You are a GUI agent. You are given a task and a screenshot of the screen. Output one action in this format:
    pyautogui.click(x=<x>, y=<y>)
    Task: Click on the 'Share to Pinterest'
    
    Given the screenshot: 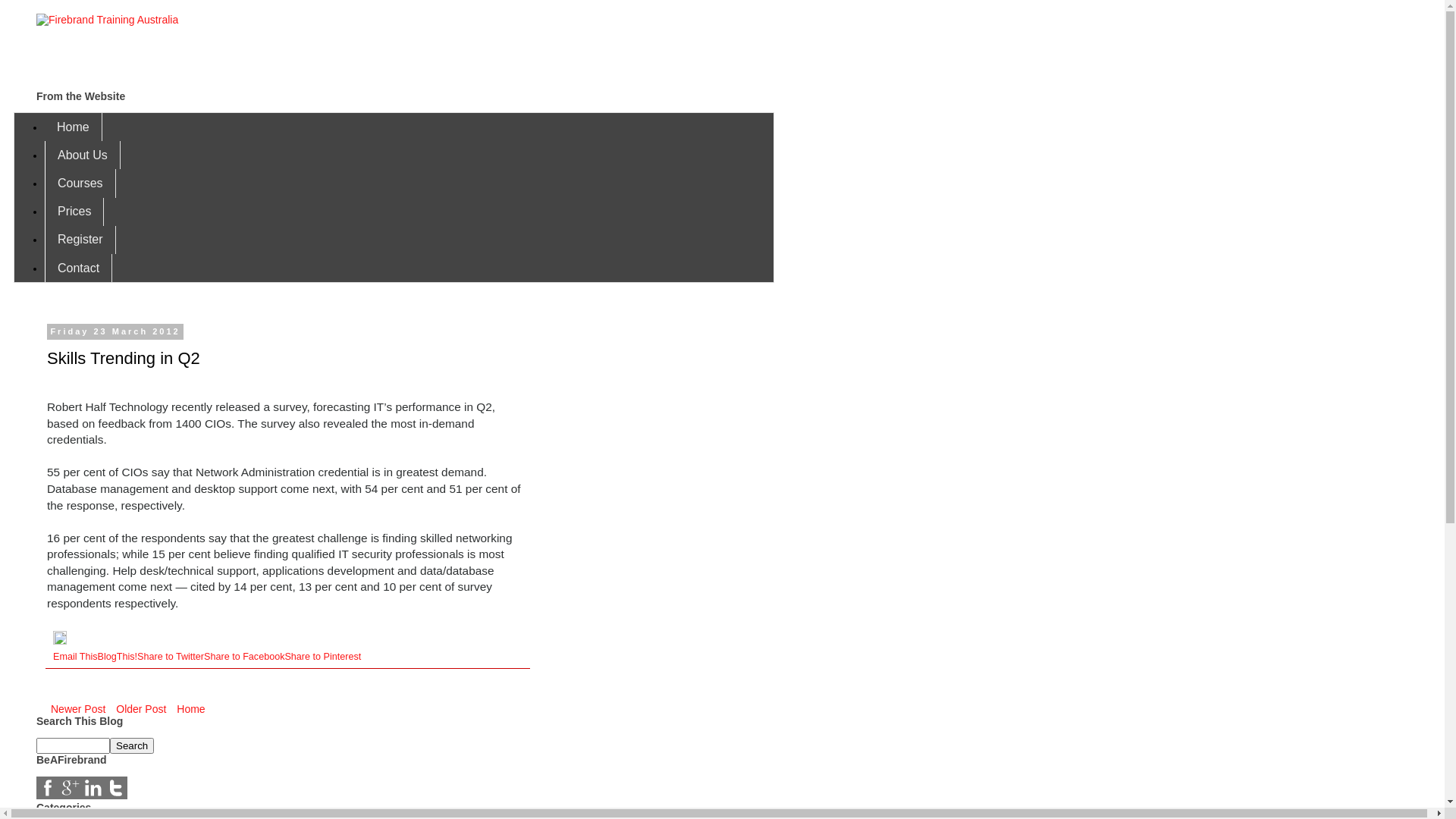 What is the action you would take?
    pyautogui.click(x=322, y=656)
    